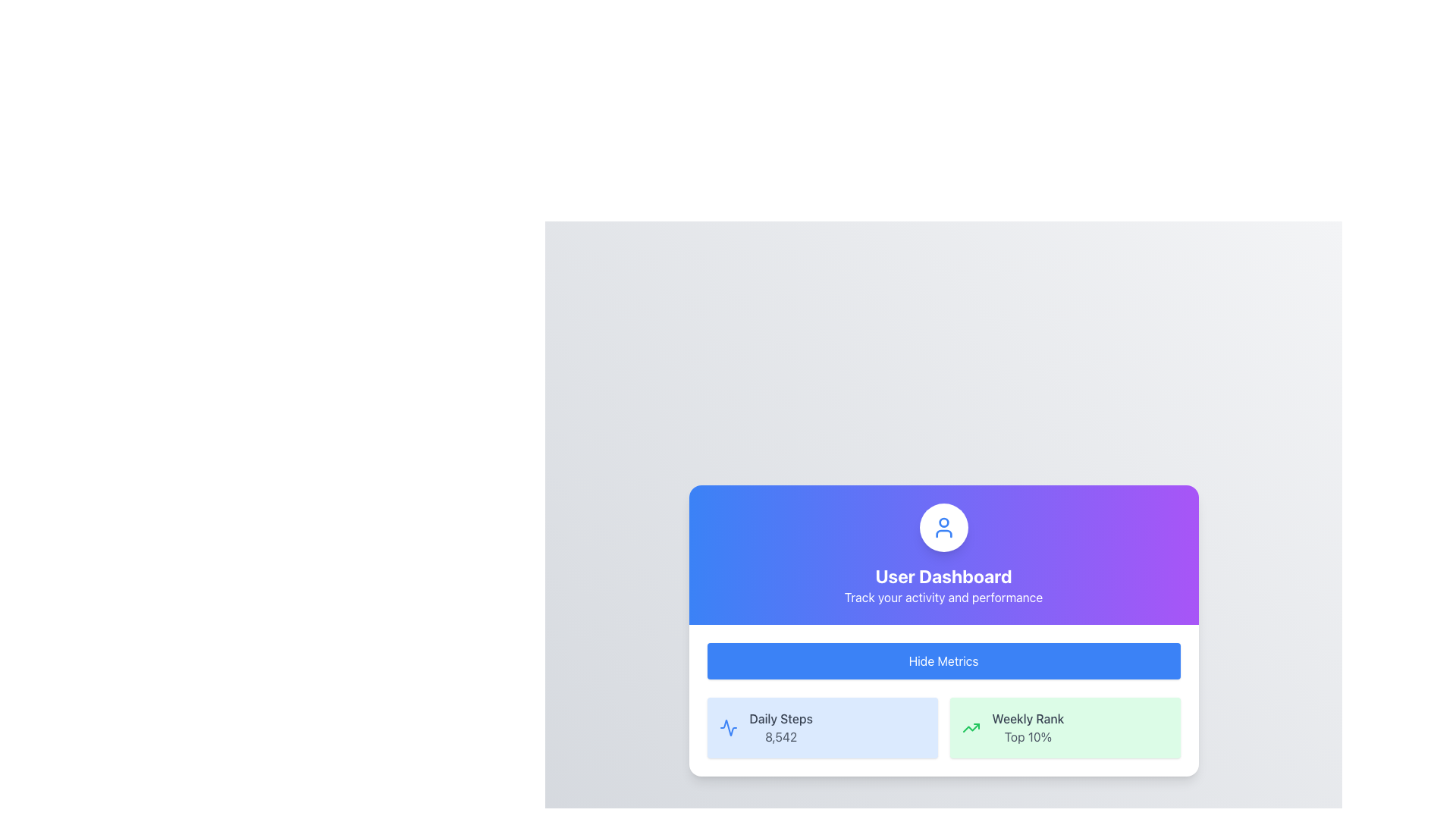 This screenshot has width=1456, height=819. I want to click on the text display block that shows 'Daily Steps' with the value '8,542' in a light-blue shaded box, located below the 'Hide Metrics' button and to the left of the 'Weekly Rank' box, so click(781, 727).